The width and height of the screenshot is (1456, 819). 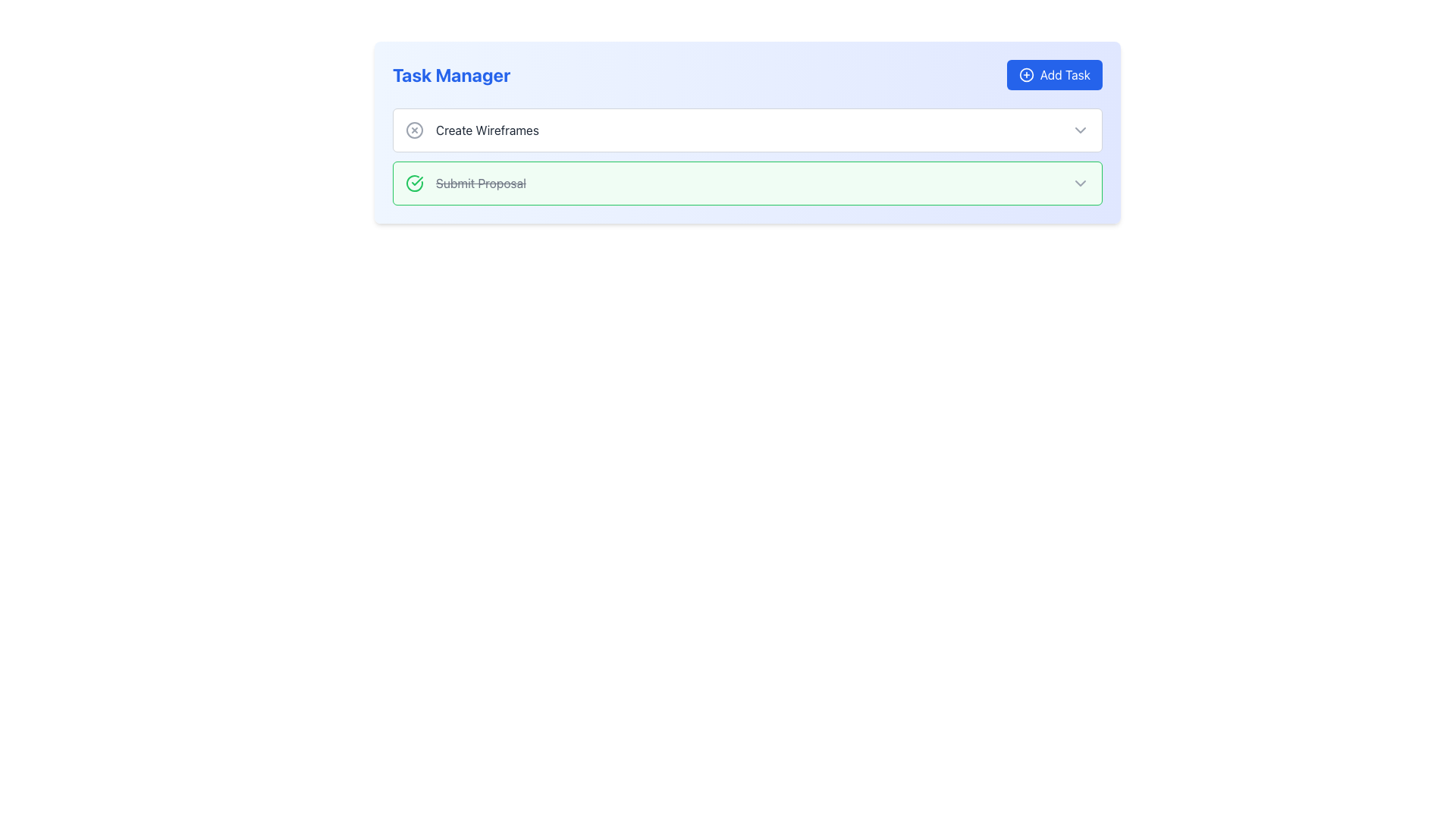 I want to click on the circular icon button with a cross inside, which is located, so click(x=415, y=130).